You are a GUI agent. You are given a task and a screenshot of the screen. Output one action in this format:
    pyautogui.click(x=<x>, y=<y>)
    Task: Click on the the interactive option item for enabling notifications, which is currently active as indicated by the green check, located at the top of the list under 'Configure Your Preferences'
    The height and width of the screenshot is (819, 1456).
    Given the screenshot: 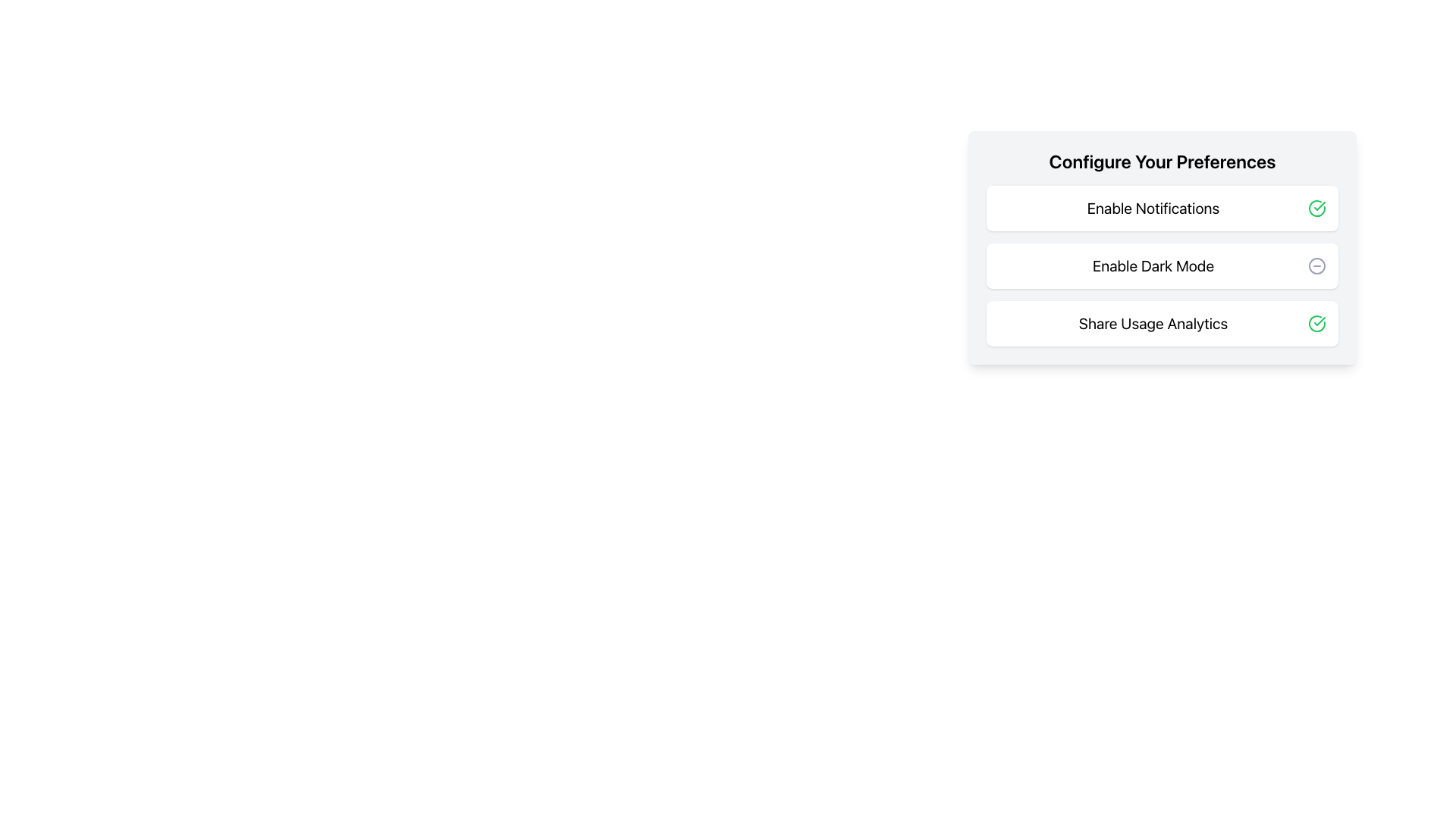 What is the action you would take?
    pyautogui.click(x=1161, y=208)
    